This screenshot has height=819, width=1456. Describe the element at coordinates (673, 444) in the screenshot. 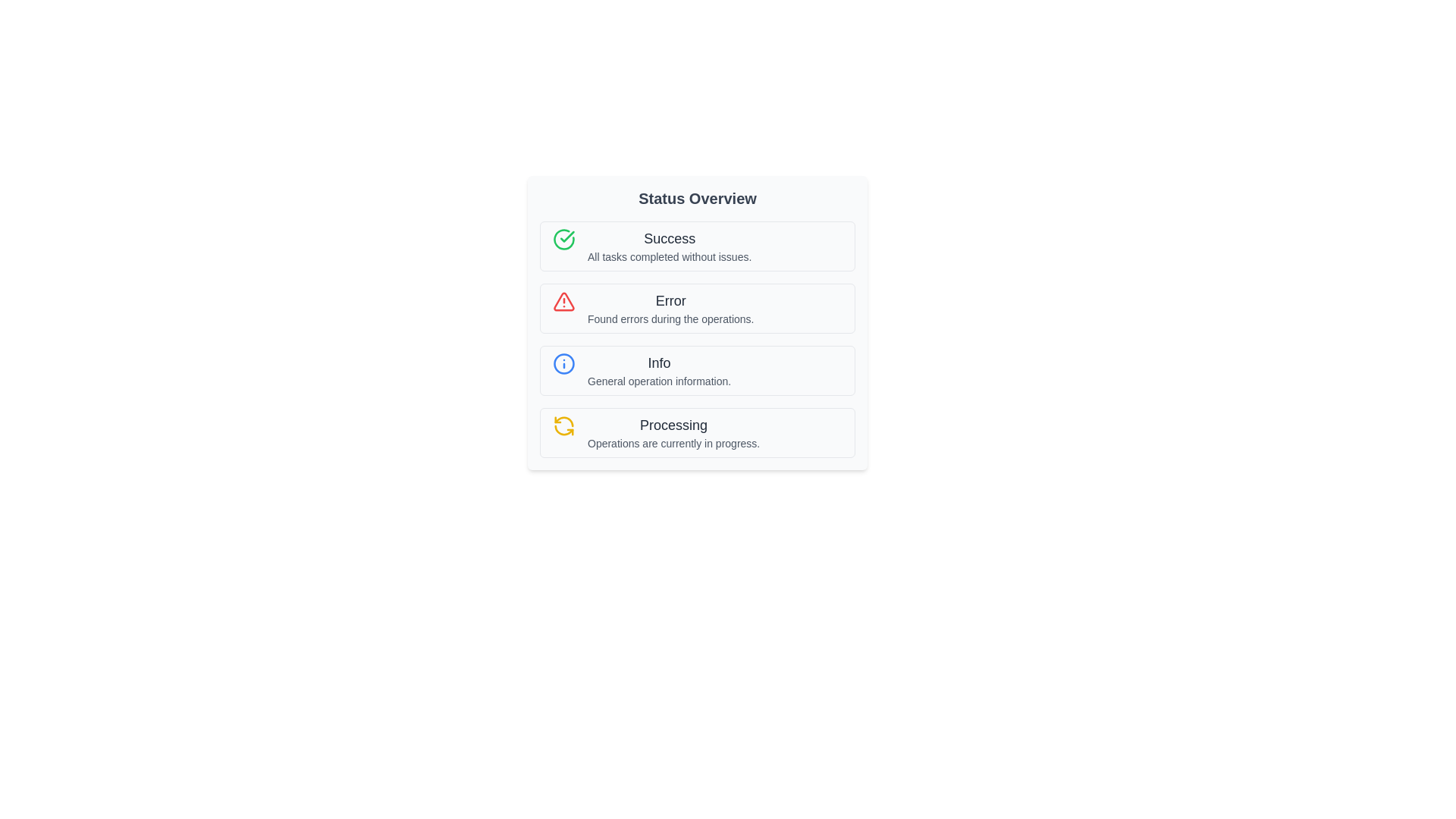

I see `the text description reading 'Operations are currently in progress,' which is styled in a small gray font and located below the bold 'Processing' label` at that location.